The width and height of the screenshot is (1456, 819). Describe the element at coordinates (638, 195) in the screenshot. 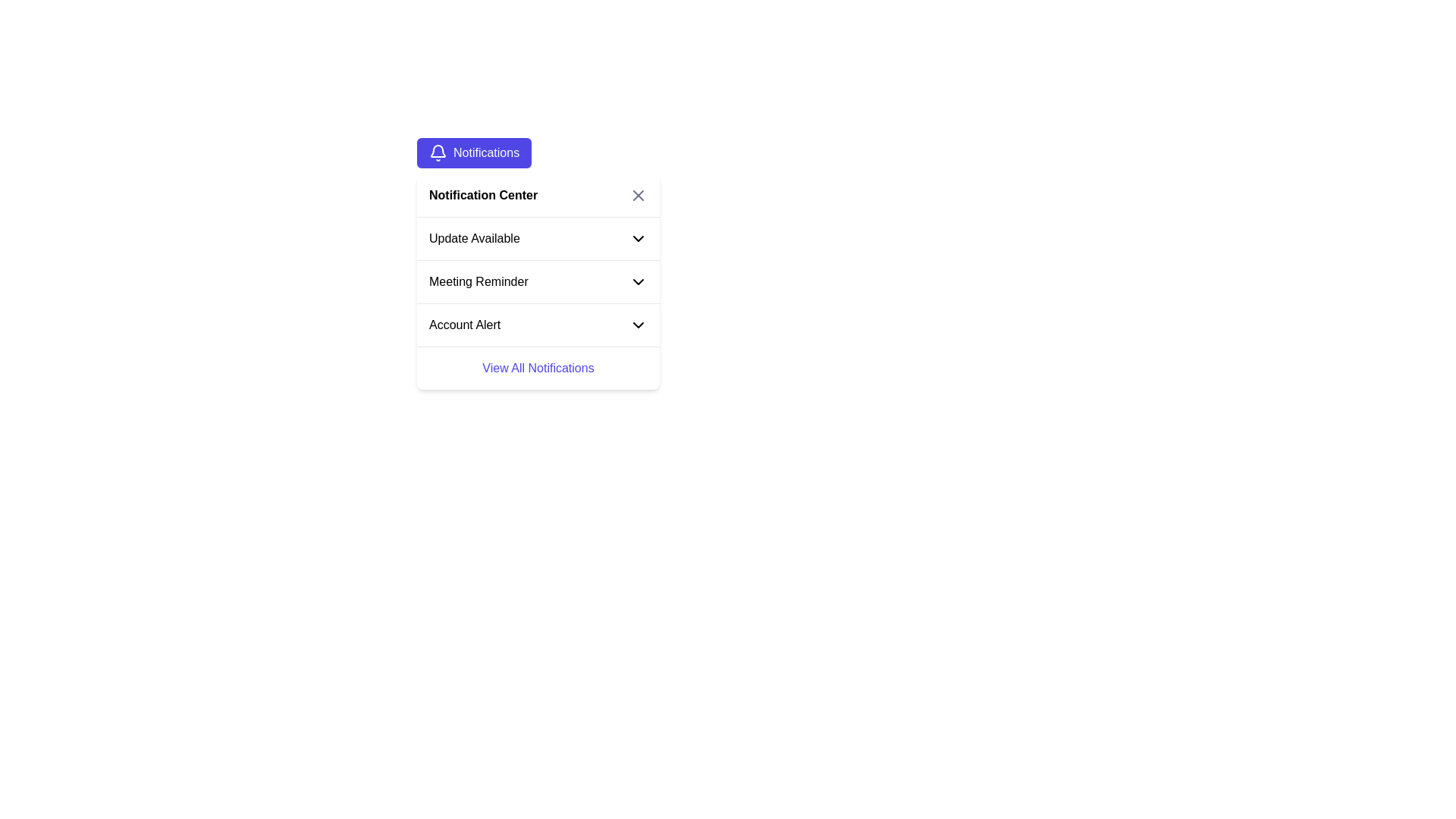

I see `the small cross-shaped icon located near the top right corner of the notification dropdown` at that location.